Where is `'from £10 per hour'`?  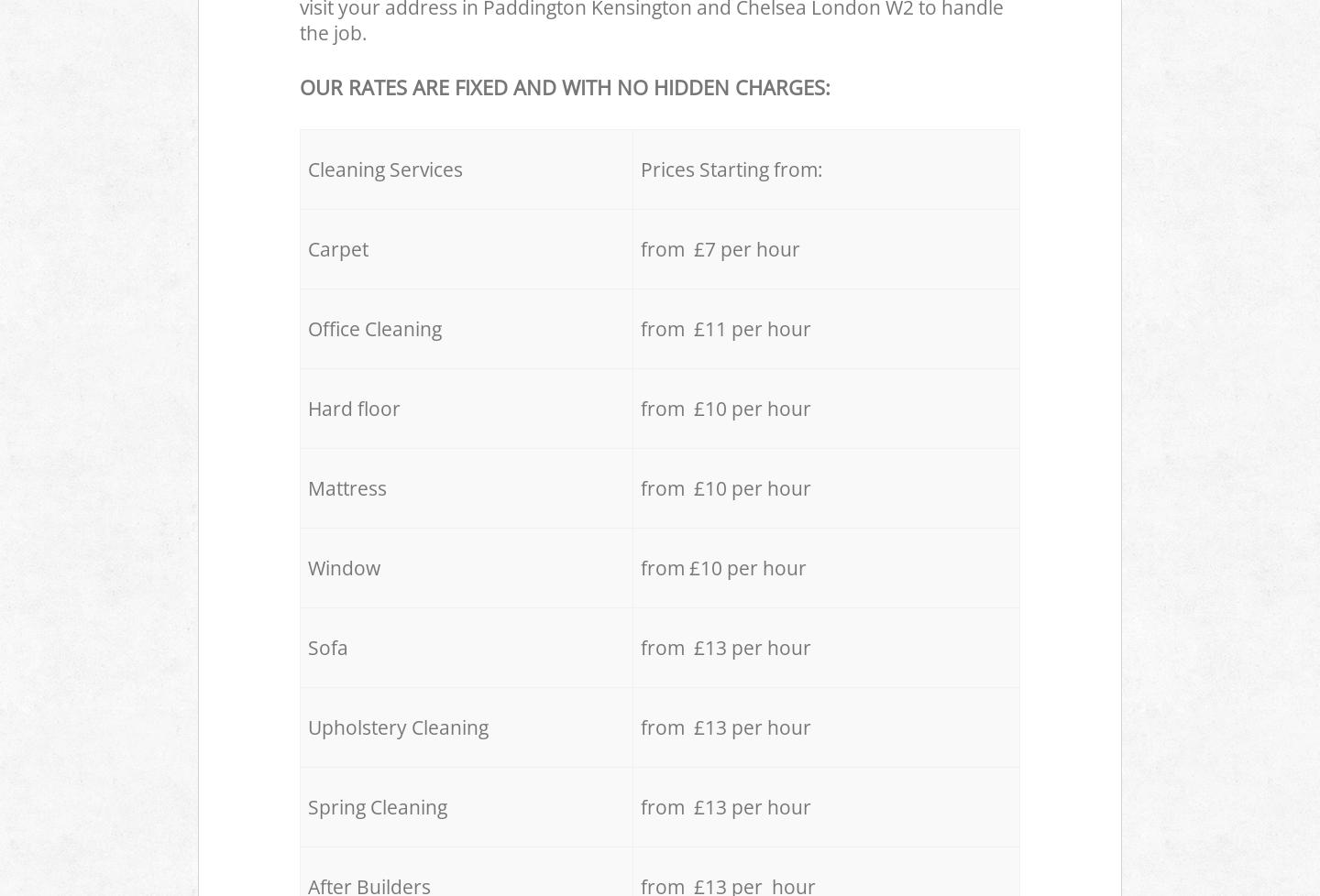 'from £10 per hour' is located at coordinates (723, 566).